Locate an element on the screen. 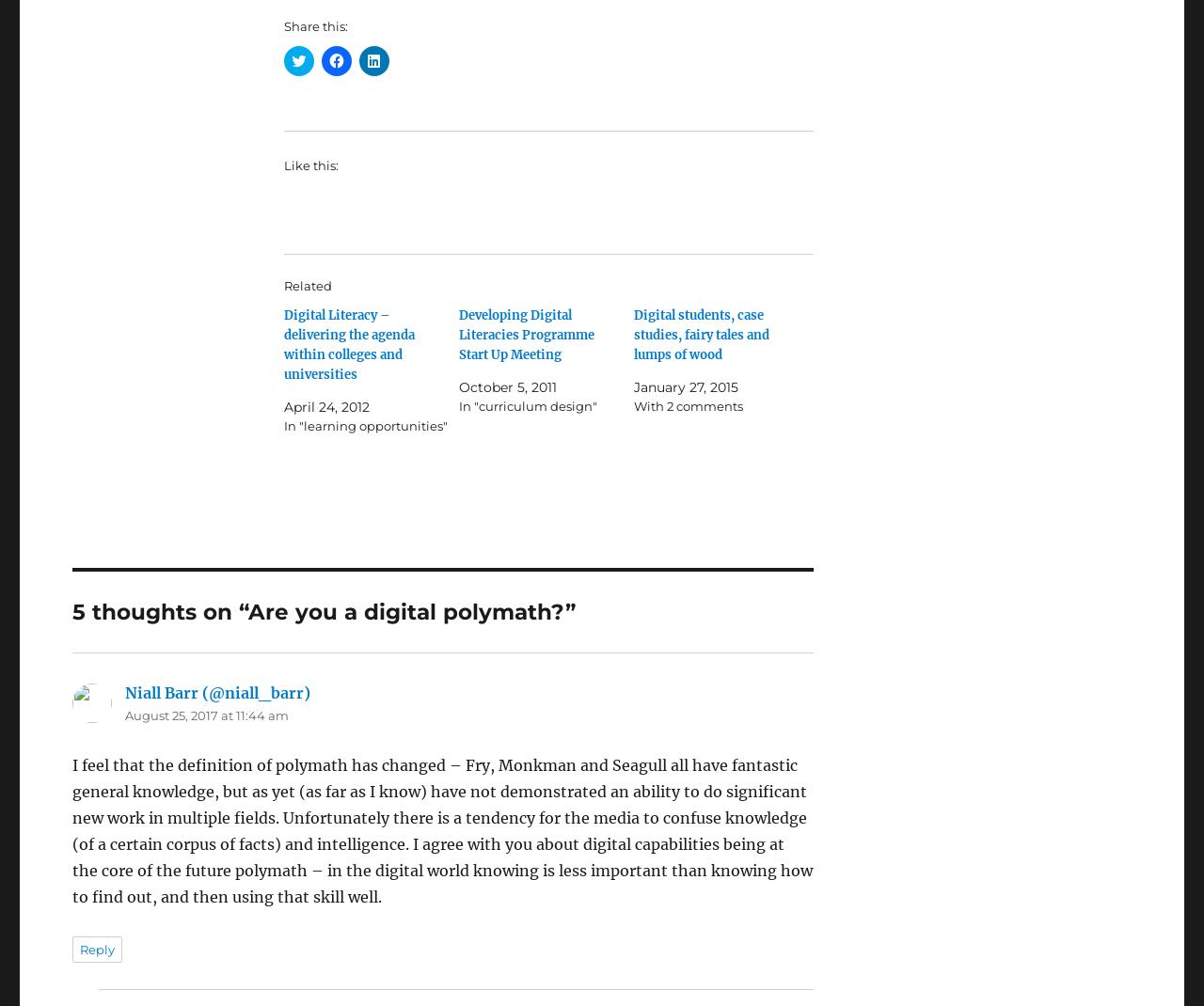 The height and width of the screenshot is (1006, 1204). 'In "curriculum design"' is located at coordinates (527, 404).